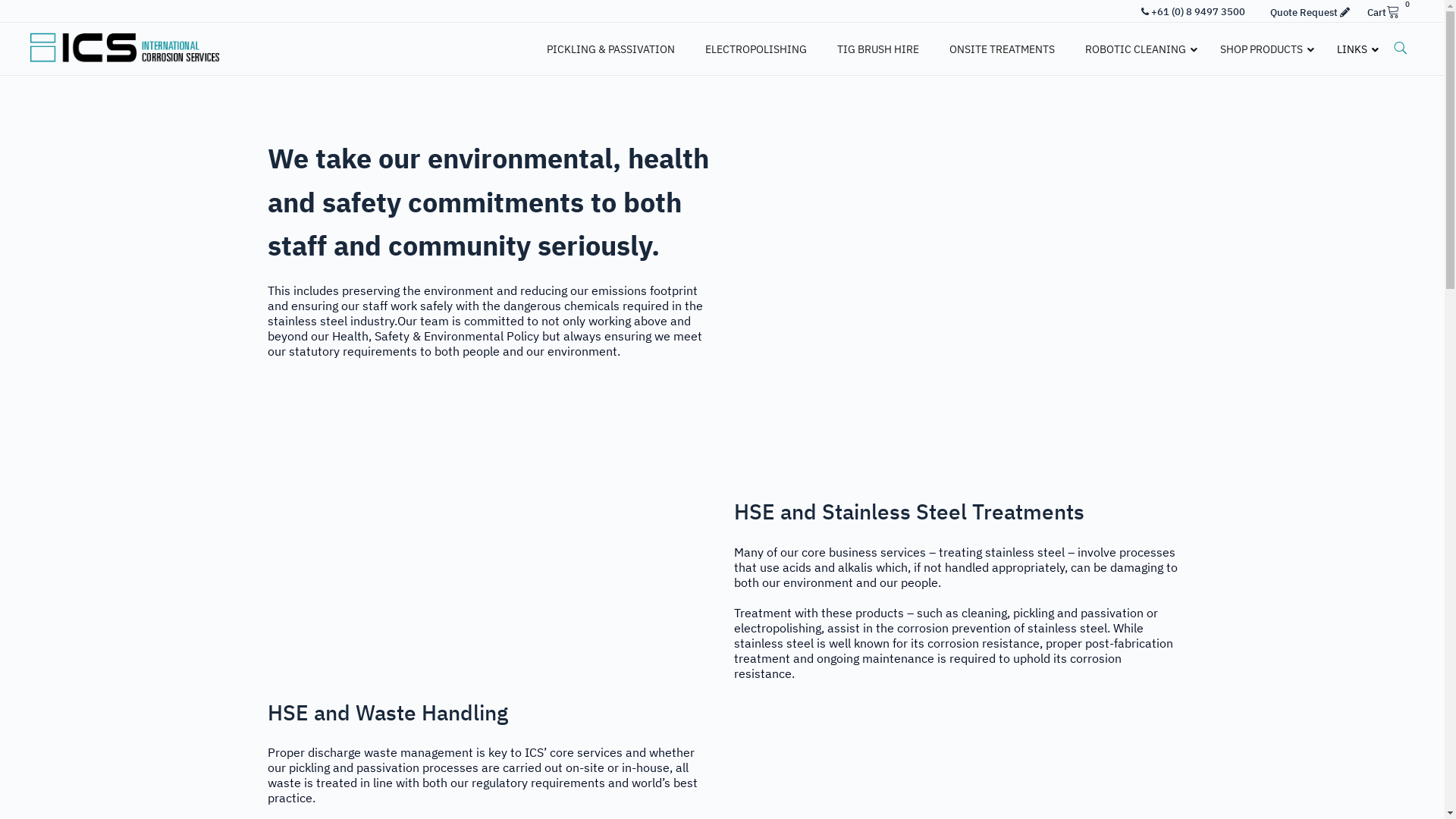  What do you see at coordinates (689, 48) in the screenshot?
I see `'ELECTROPOLISHING'` at bounding box center [689, 48].